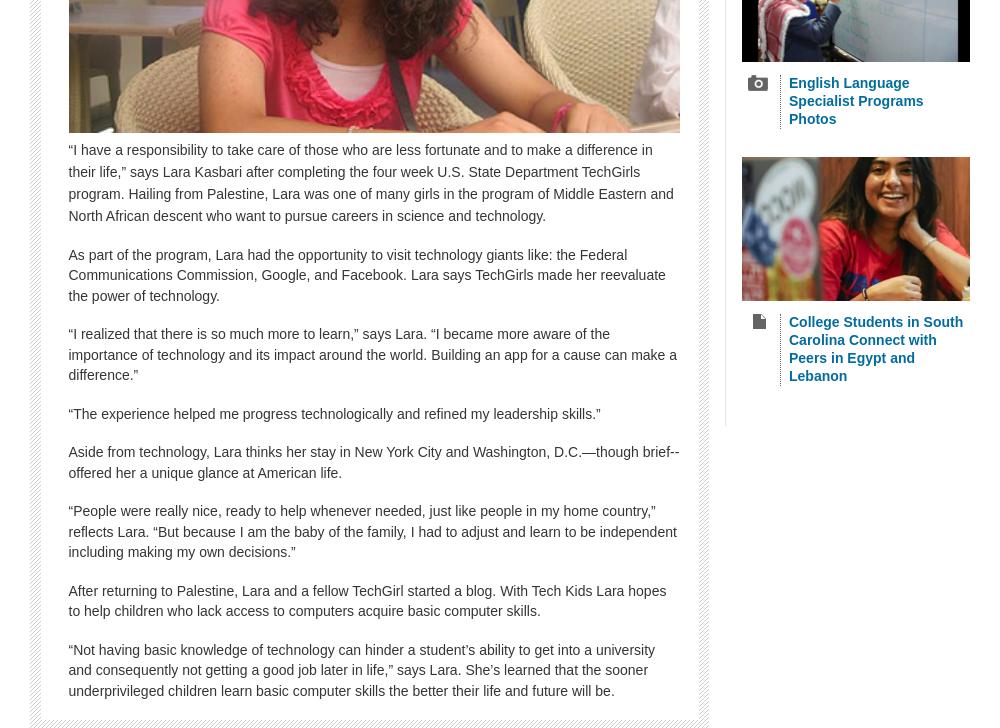  Describe the element at coordinates (371, 354) in the screenshot. I see `'“I realized that there is so much more to learn,” says Lara. “I became more aware of the importance of technology and its impact around the world. Building an app for a cause can make a difference.”'` at that location.